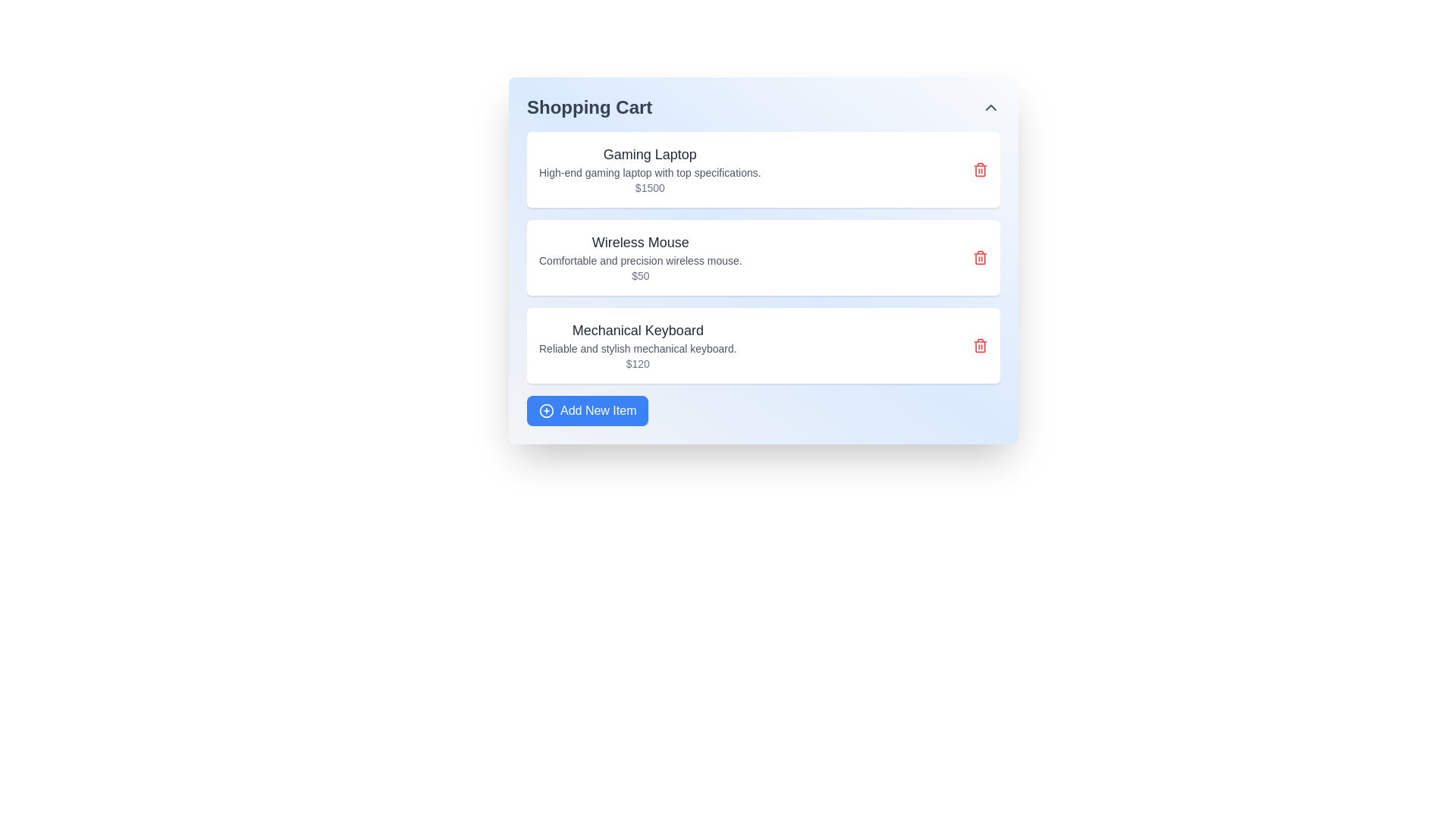 Image resolution: width=1456 pixels, height=819 pixels. What do you see at coordinates (650, 169) in the screenshot?
I see `the text block that provides visual details about the first product in the shopping cart, including its name, description, and price` at bounding box center [650, 169].